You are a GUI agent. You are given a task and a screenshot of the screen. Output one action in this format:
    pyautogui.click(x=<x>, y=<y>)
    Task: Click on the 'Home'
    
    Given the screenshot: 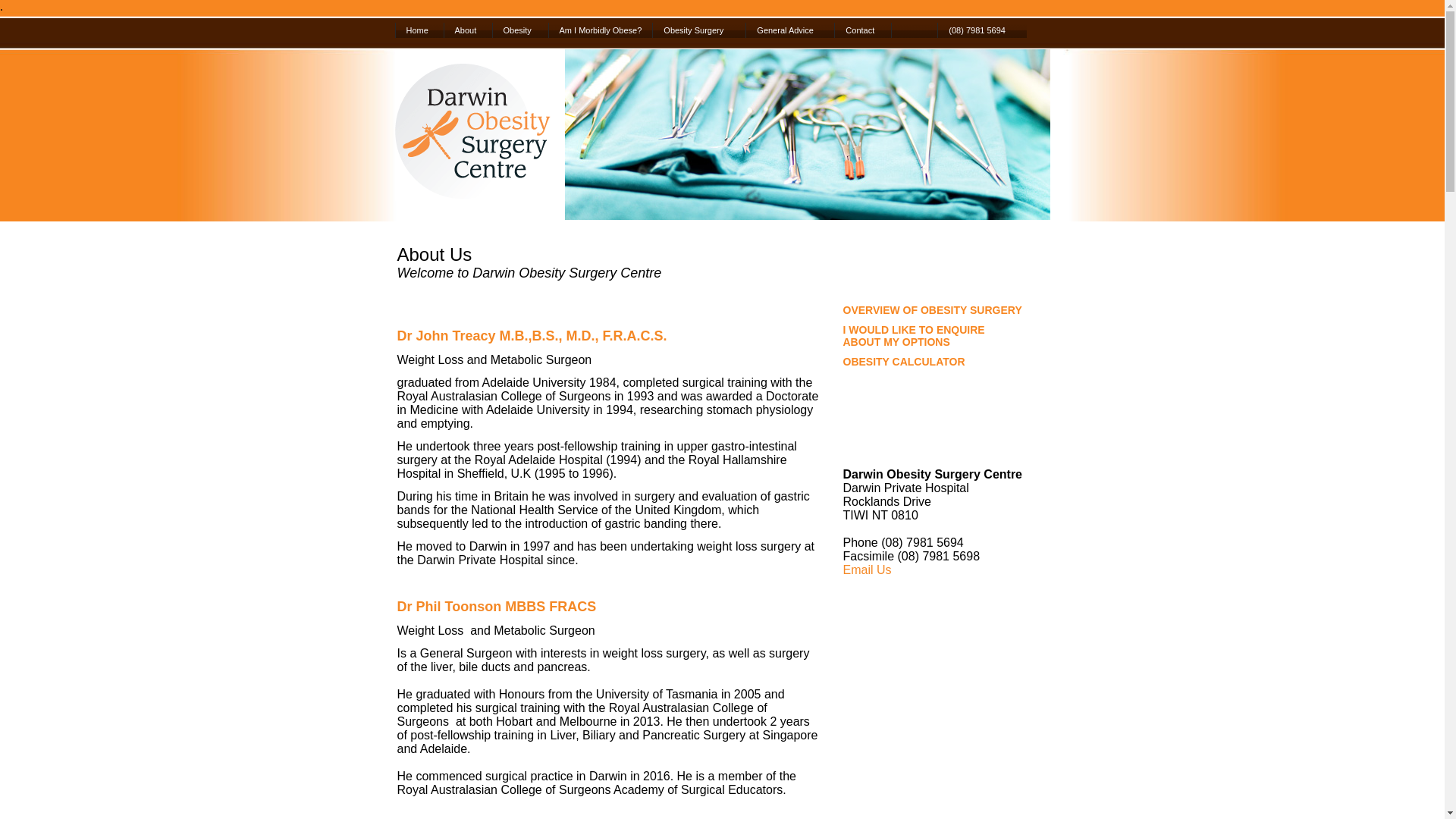 What is the action you would take?
    pyautogui.click(x=419, y=30)
    